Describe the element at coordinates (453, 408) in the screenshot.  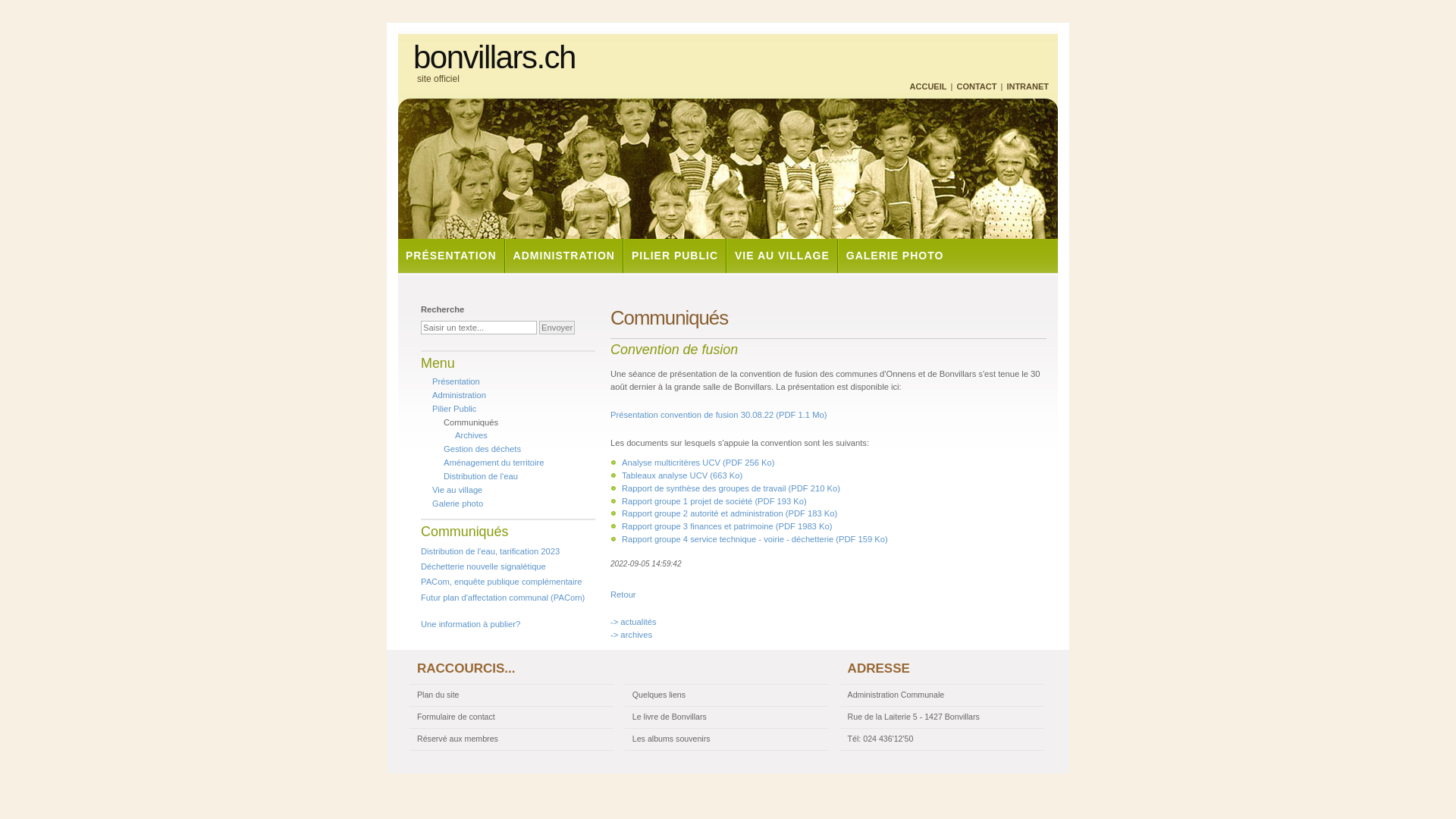
I see `'Pilier Public'` at that location.